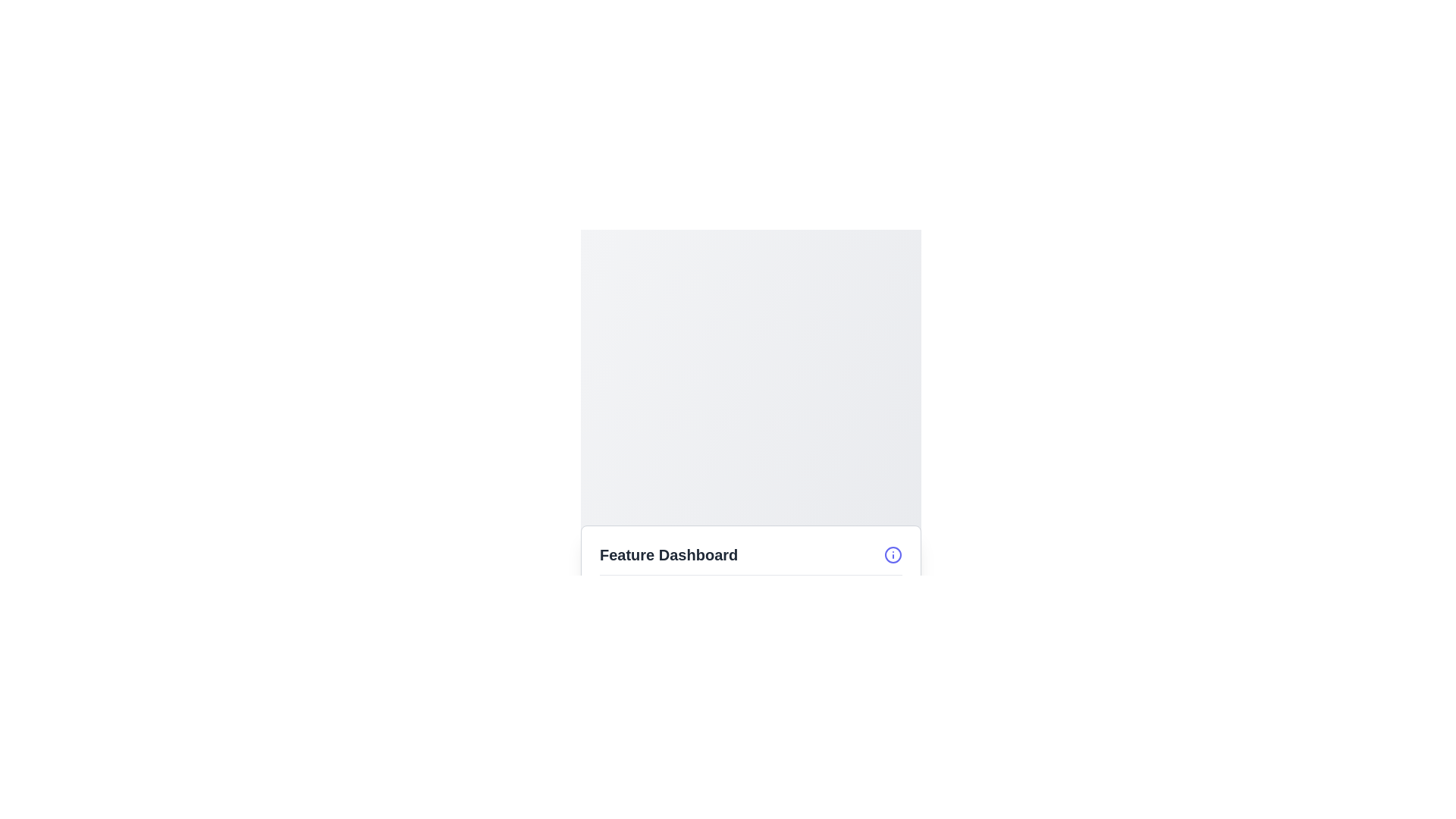  What do you see at coordinates (893, 554) in the screenshot?
I see `the circular 'Info' icon with a blue outline located to the right of the 'Feature Dashboard' text` at bounding box center [893, 554].